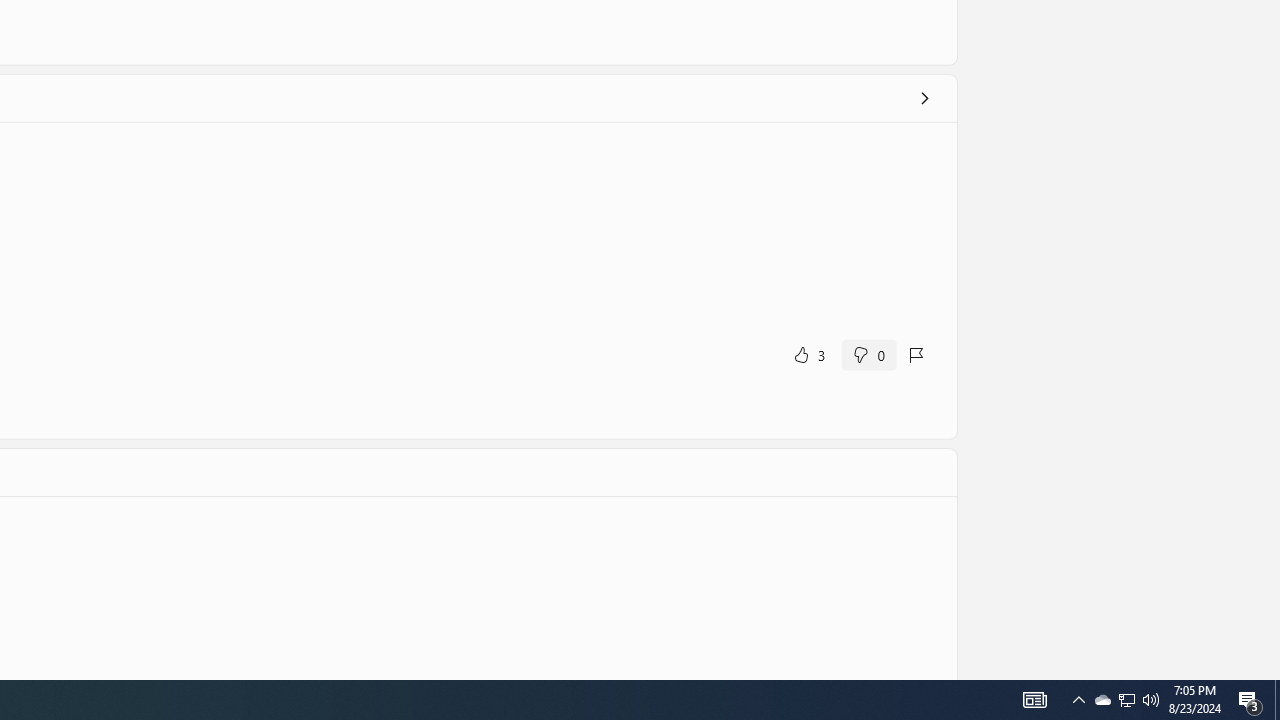 This screenshot has width=1280, height=720. I want to click on 'Report review', so click(916, 353).